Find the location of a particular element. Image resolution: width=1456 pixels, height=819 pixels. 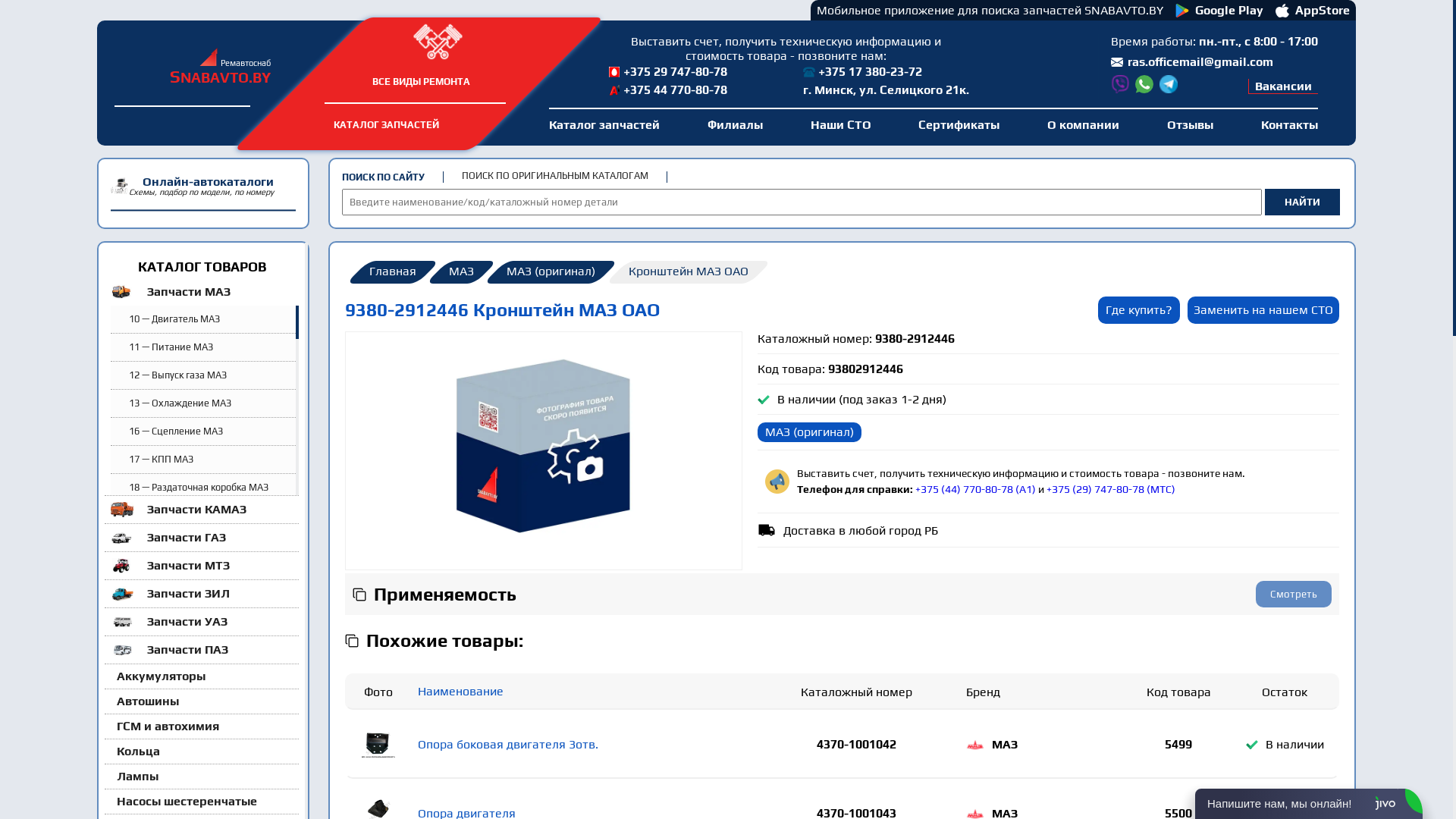

'AppStore' is located at coordinates (1274, 9).